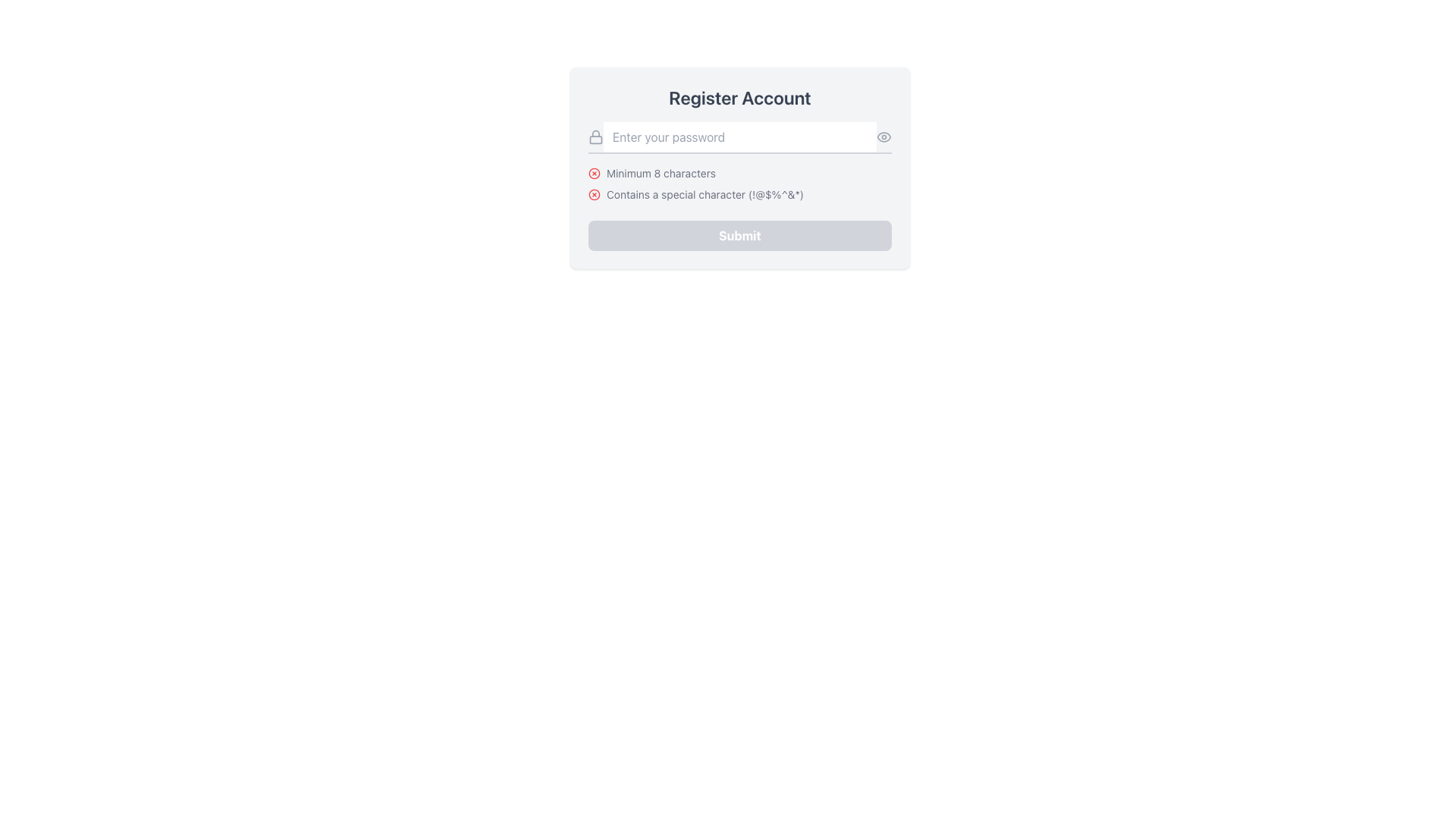  What do you see at coordinates (739, 172) in the screenshot?
I see `the error message element that displays 'Minimum 8 characters' with a red error icon, located below the password input field` at bounding box center [739, 172].